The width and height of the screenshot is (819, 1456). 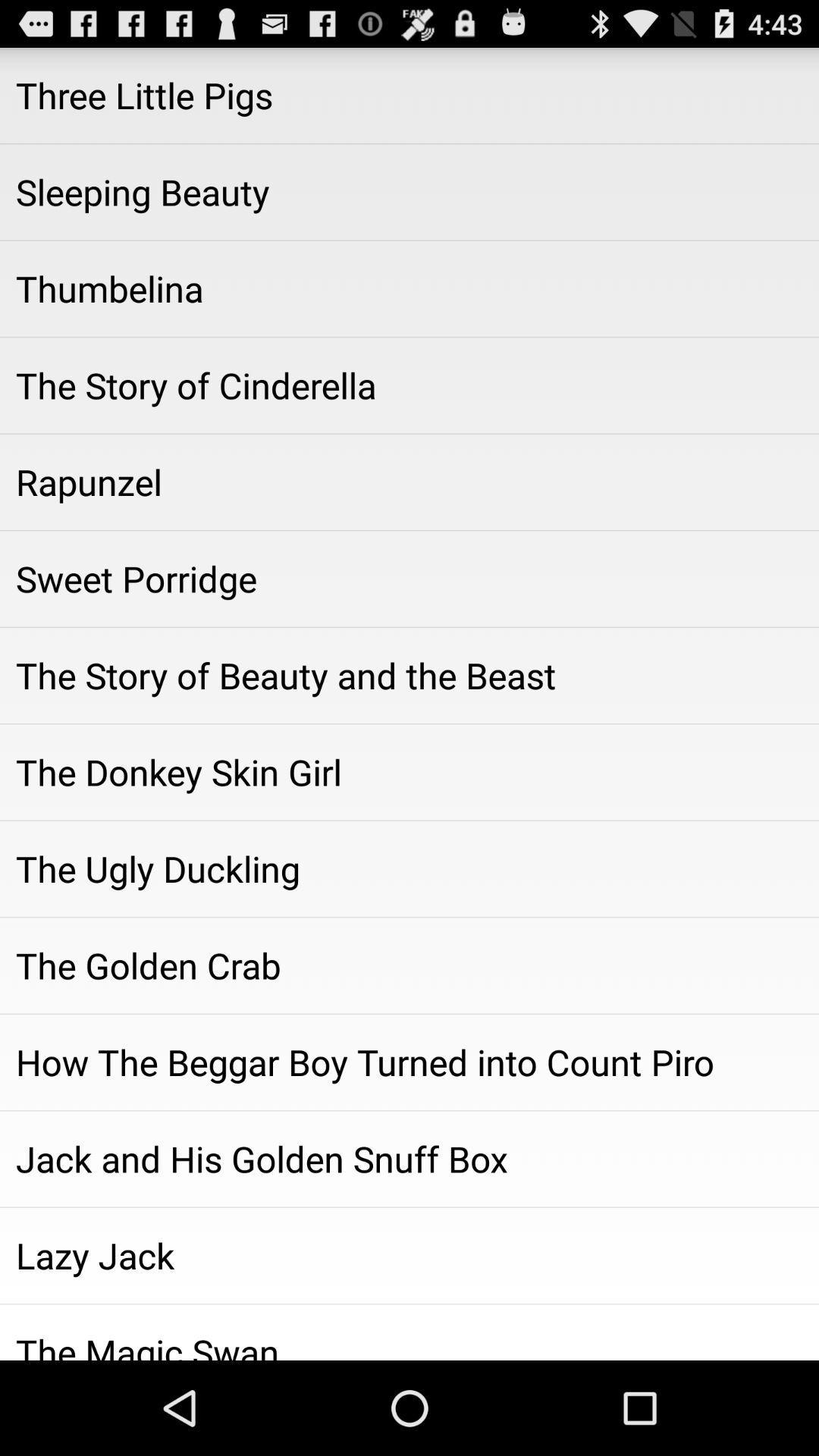 What do you see at coordinates (409, 965) in the screenshot?
I see `the icon above the how the beggar` at bounding box center [409, 965].